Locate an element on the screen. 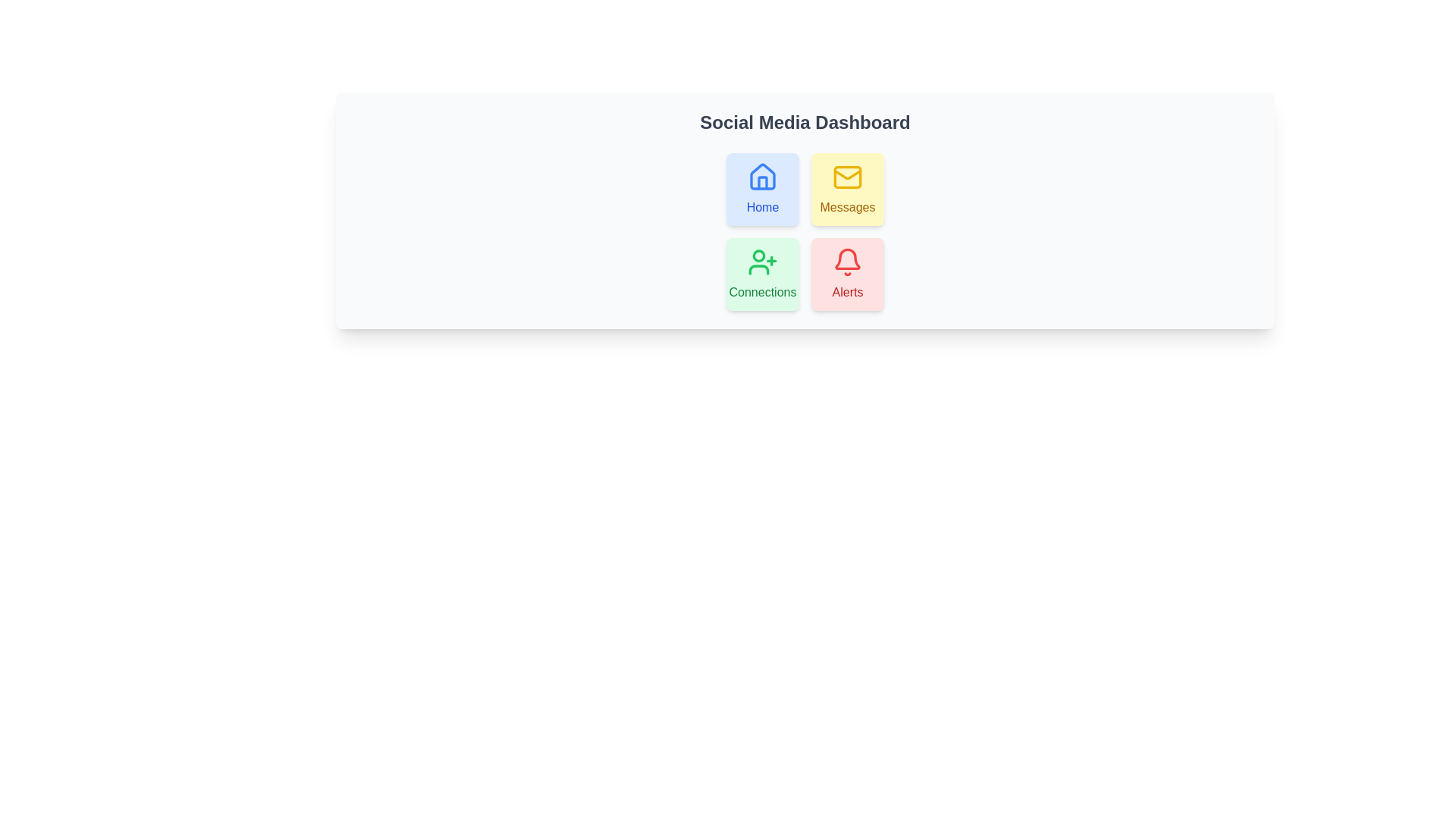 Image resolution: width=1456 pixels, height=819 pixels. 'Alerts' label, which is styled in a medium red font and located below the bell icon in the bottom section of a red-themed tile in a 2x2 grid layout is located at coordinates (847, 292).